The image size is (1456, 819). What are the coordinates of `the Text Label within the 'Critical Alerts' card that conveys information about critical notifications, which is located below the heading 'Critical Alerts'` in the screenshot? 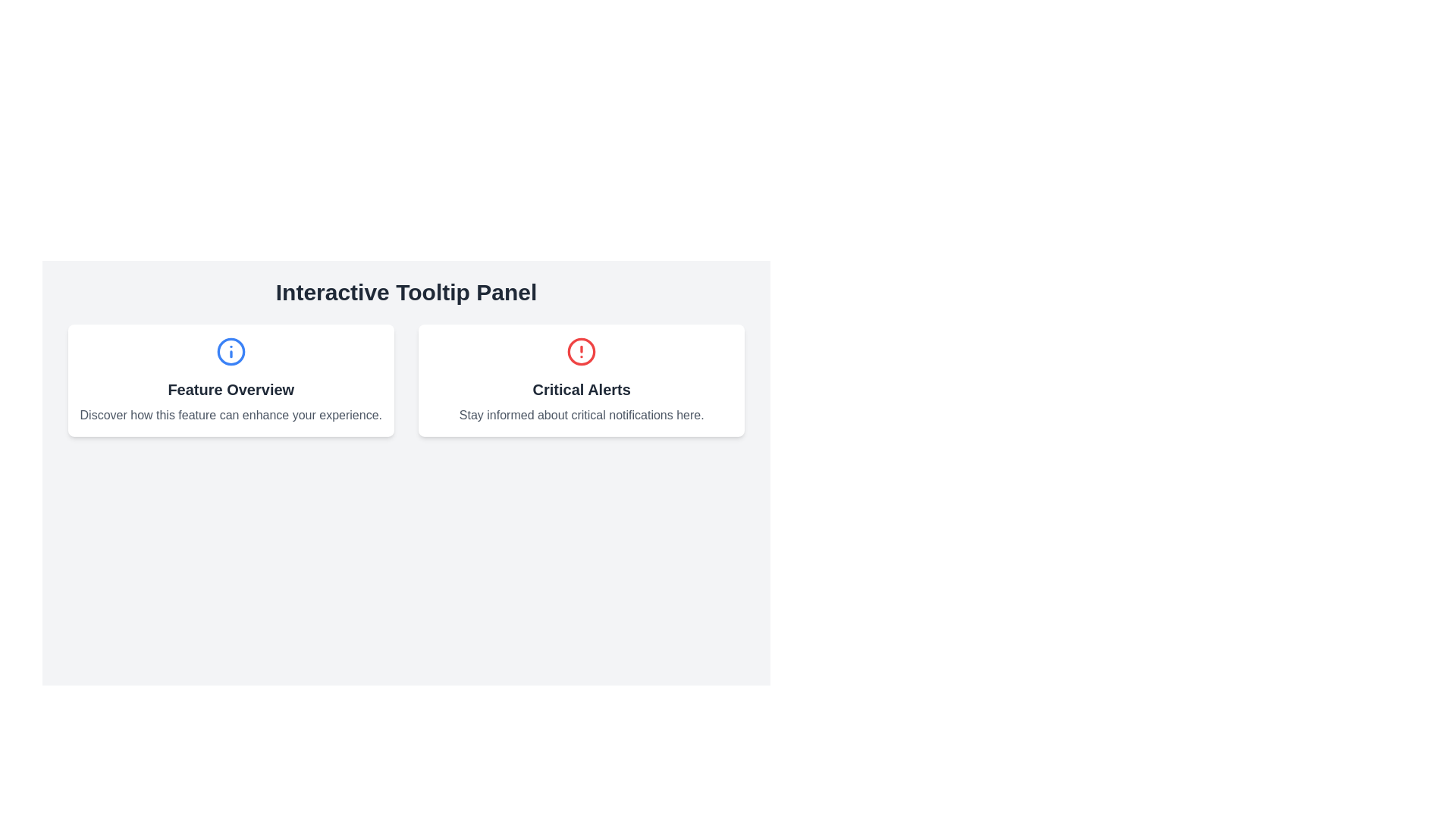 It's located at (581, 415).